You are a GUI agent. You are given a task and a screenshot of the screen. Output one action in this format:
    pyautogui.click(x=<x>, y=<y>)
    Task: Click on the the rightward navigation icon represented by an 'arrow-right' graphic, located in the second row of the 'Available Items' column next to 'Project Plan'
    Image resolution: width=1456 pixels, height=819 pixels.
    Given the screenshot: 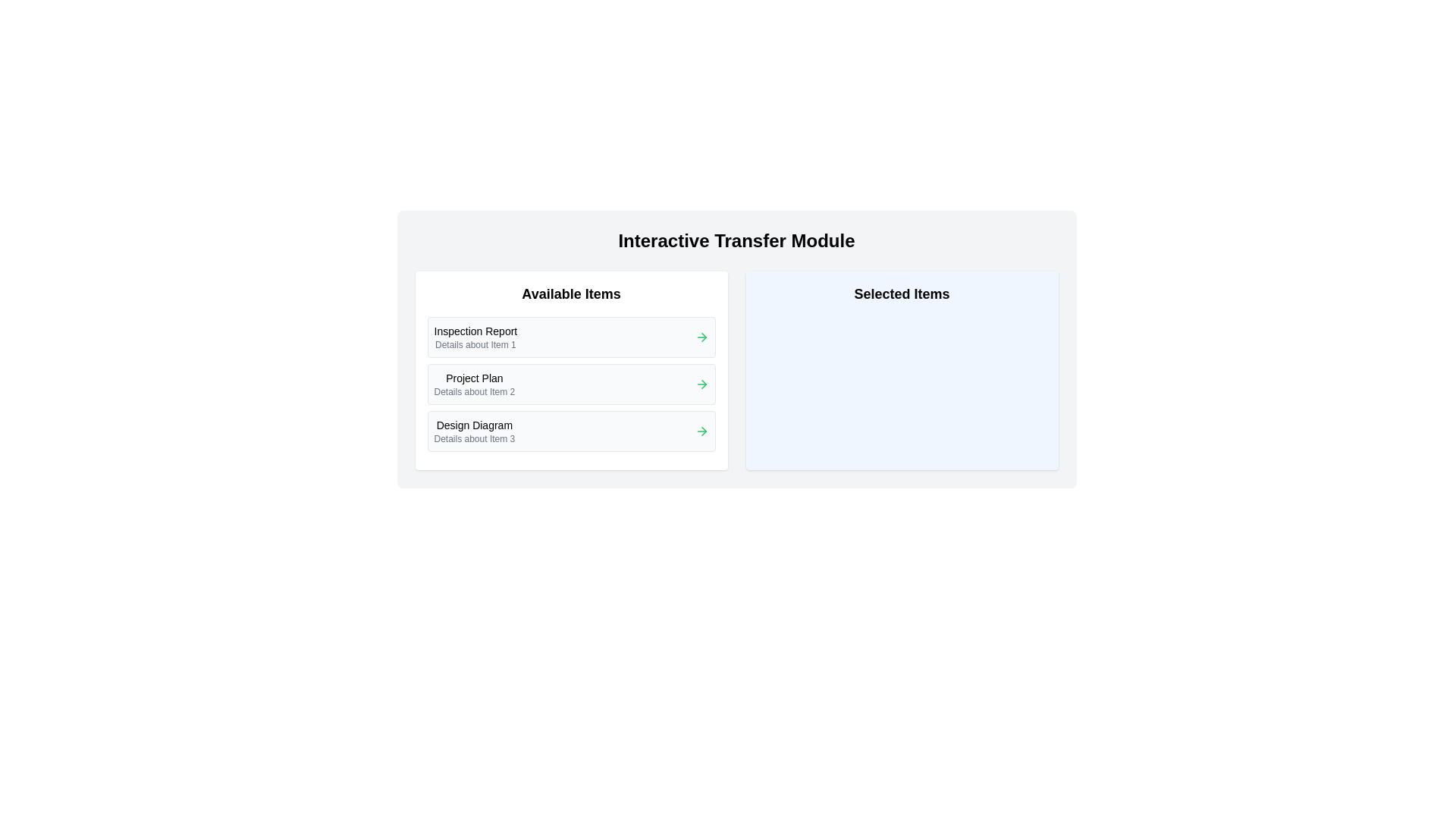 What is the action you would take?
    pyautogui.click(x=703, y=336)
    